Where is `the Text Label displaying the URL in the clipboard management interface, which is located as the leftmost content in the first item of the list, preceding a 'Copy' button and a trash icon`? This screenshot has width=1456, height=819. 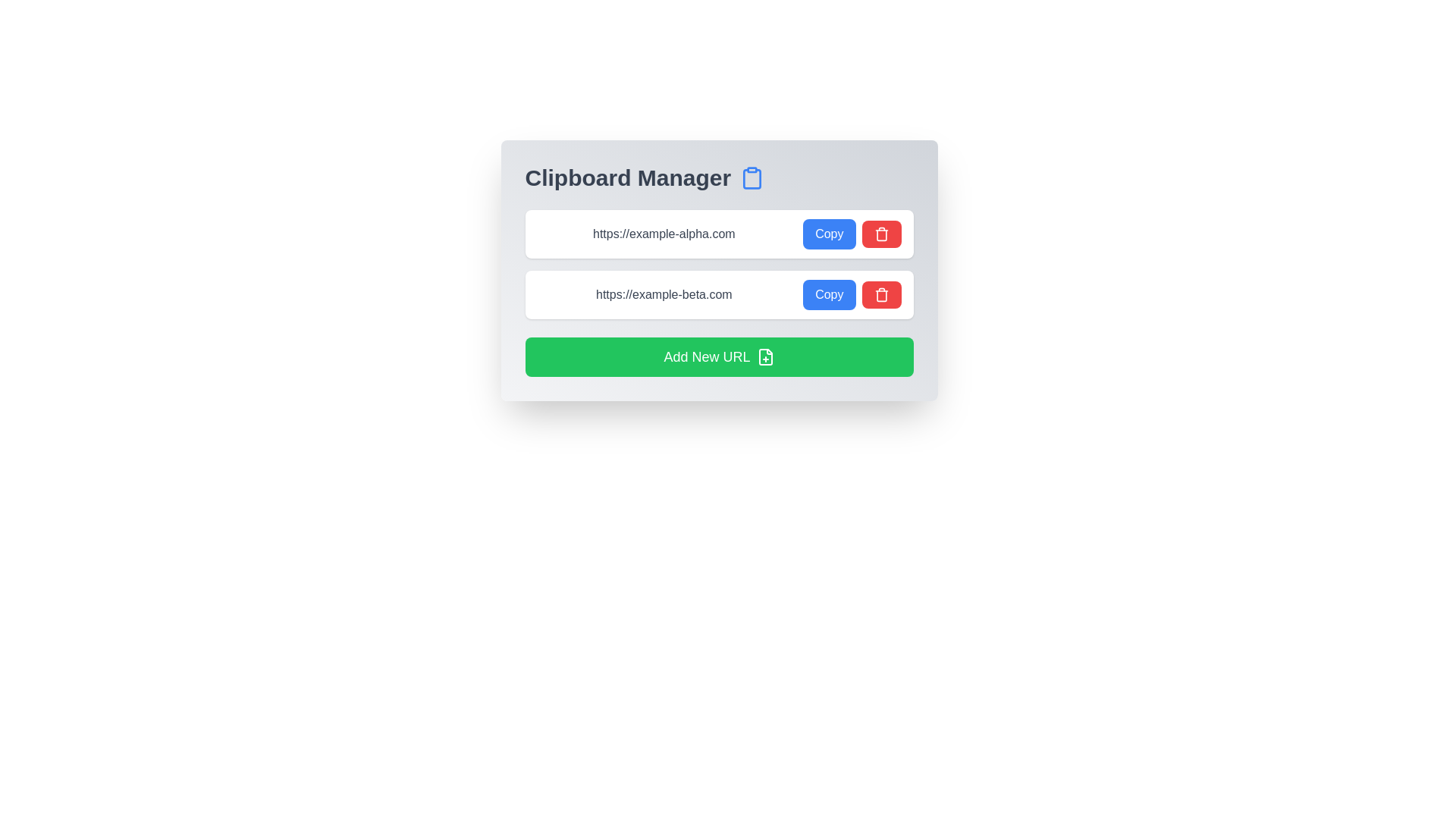 the Text Label displaying the URL in the clipboard management interface, which is located as the leftmost content in the first item of the list, preceding a 'Copy' button and a trash icon is located at coordinates (664, 234).